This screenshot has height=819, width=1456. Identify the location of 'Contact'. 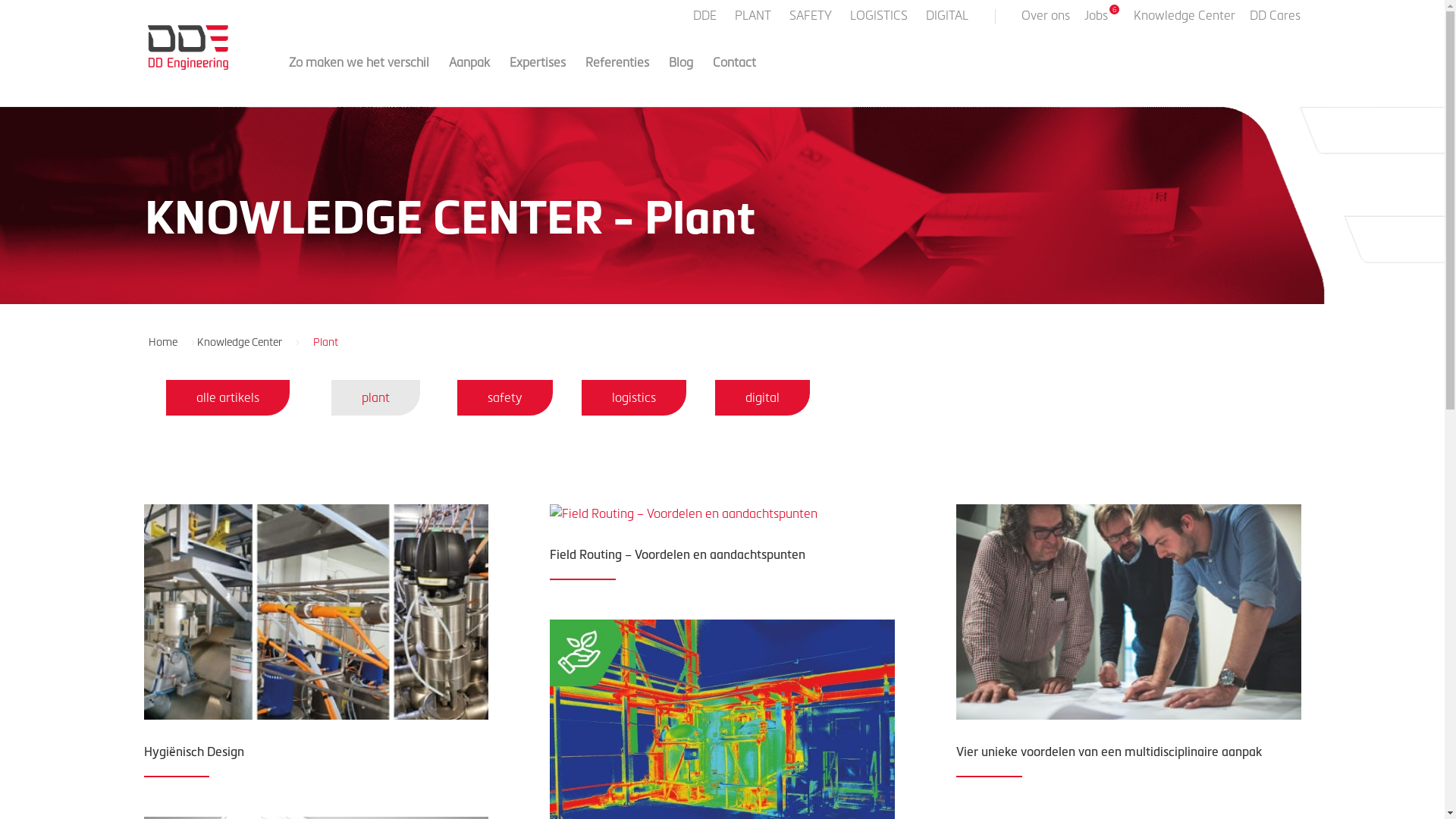
(712, 75).